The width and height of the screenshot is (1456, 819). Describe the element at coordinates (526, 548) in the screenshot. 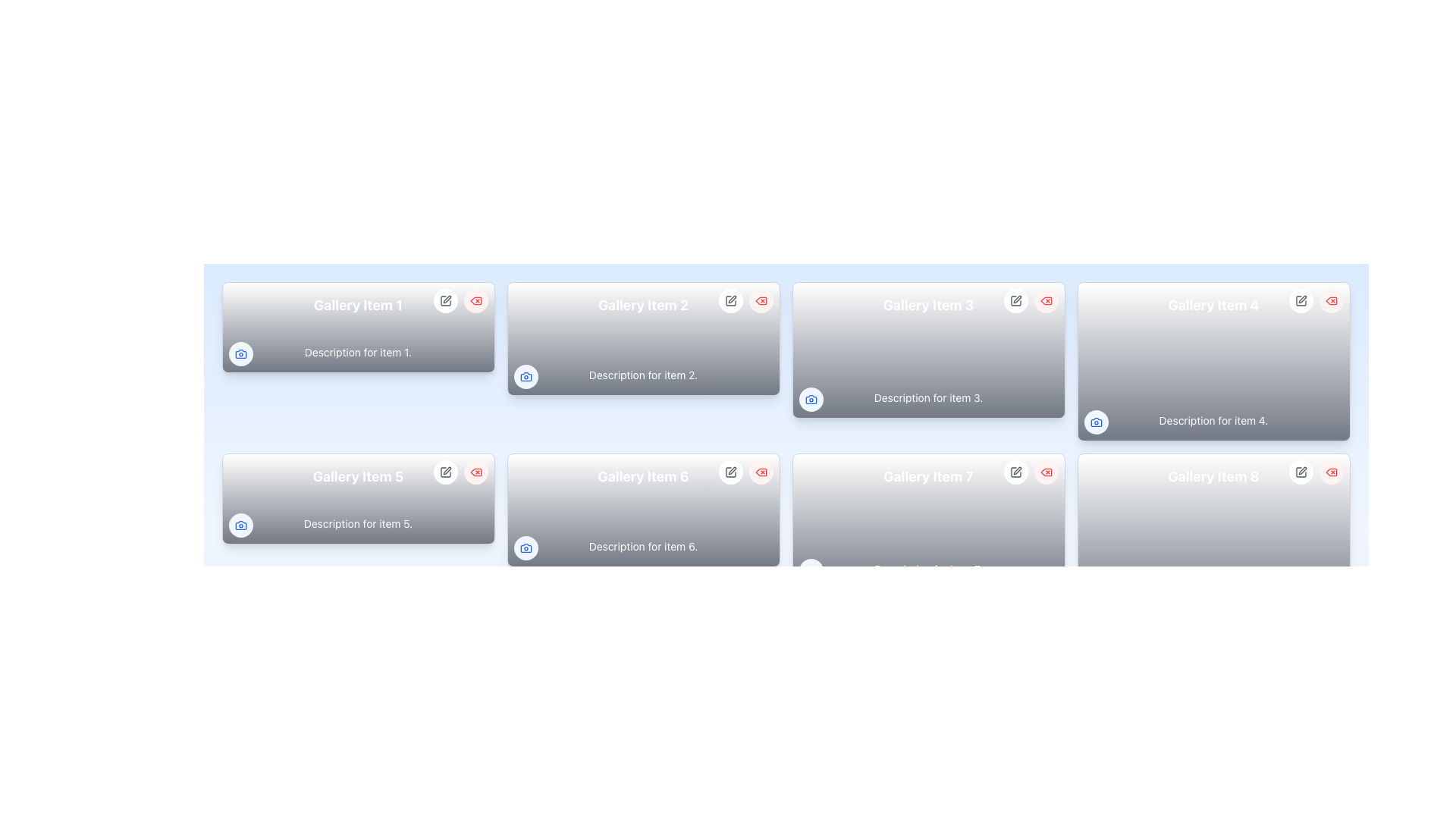

I see `the blue camera icon button located at the bottom-left corner of 'Gallery Item 6'` at that location.